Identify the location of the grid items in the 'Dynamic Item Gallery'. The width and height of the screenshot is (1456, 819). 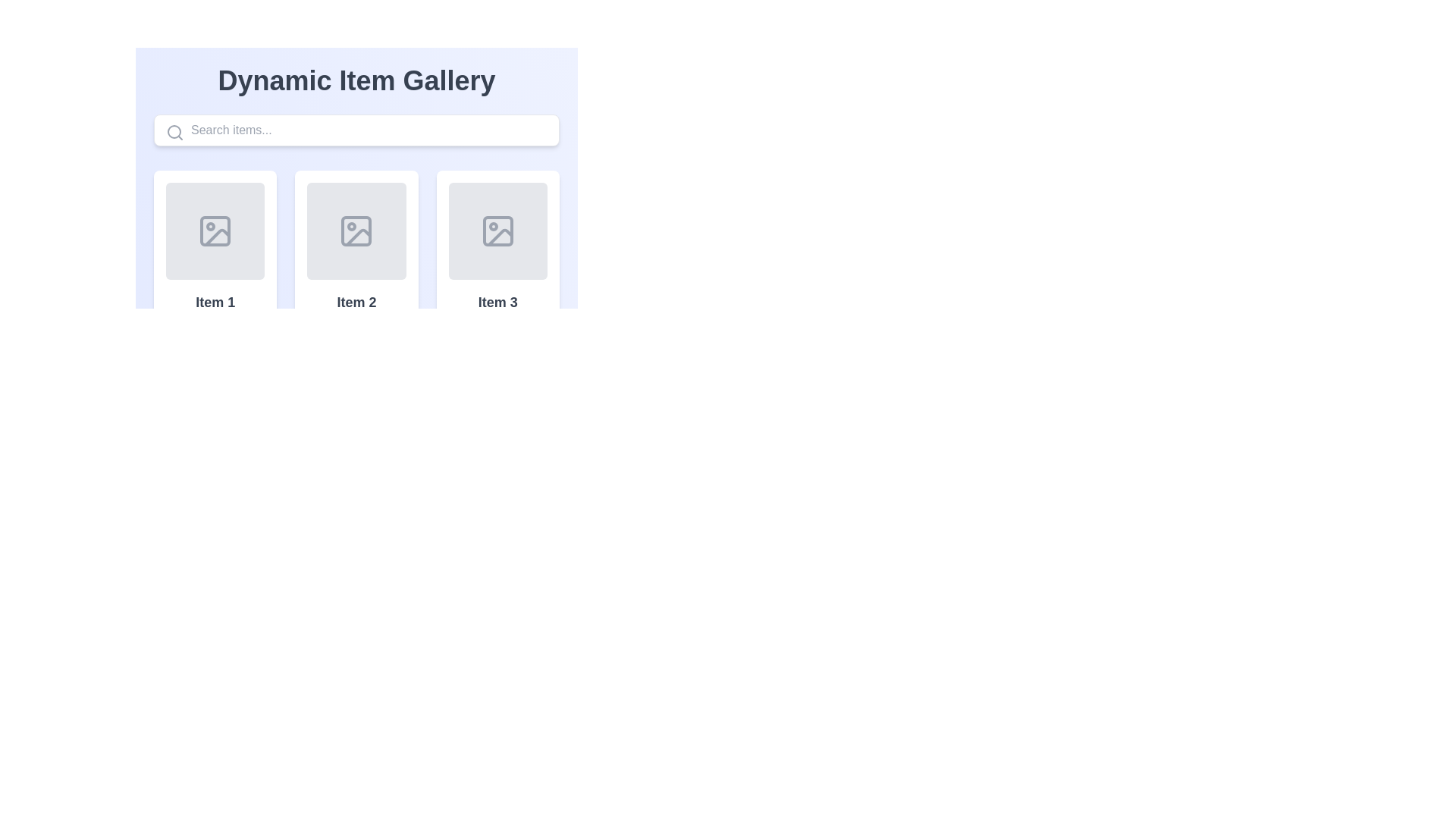
(356, 169).